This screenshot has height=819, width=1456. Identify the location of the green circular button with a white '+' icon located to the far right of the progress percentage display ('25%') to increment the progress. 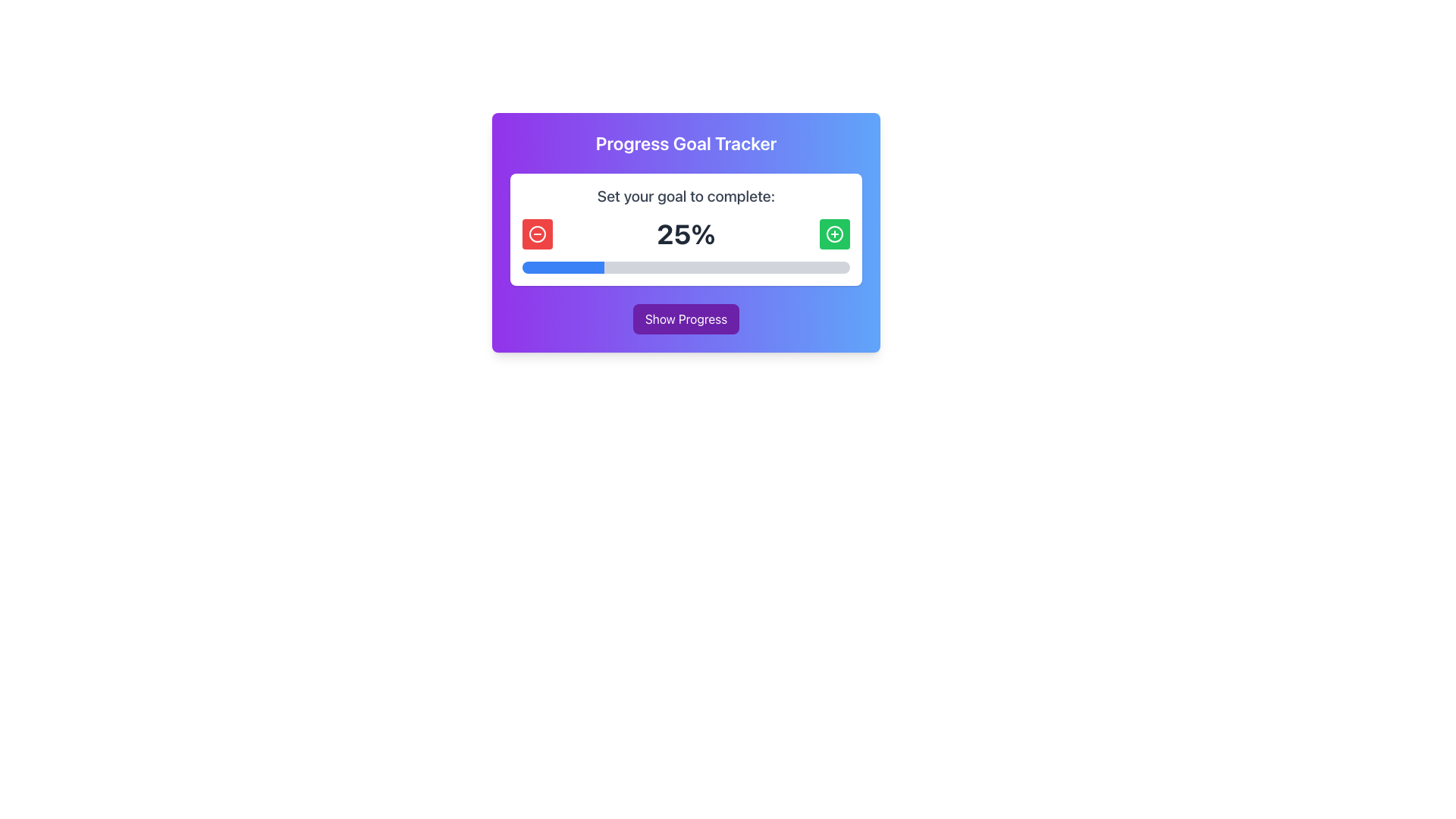
(833, 234).